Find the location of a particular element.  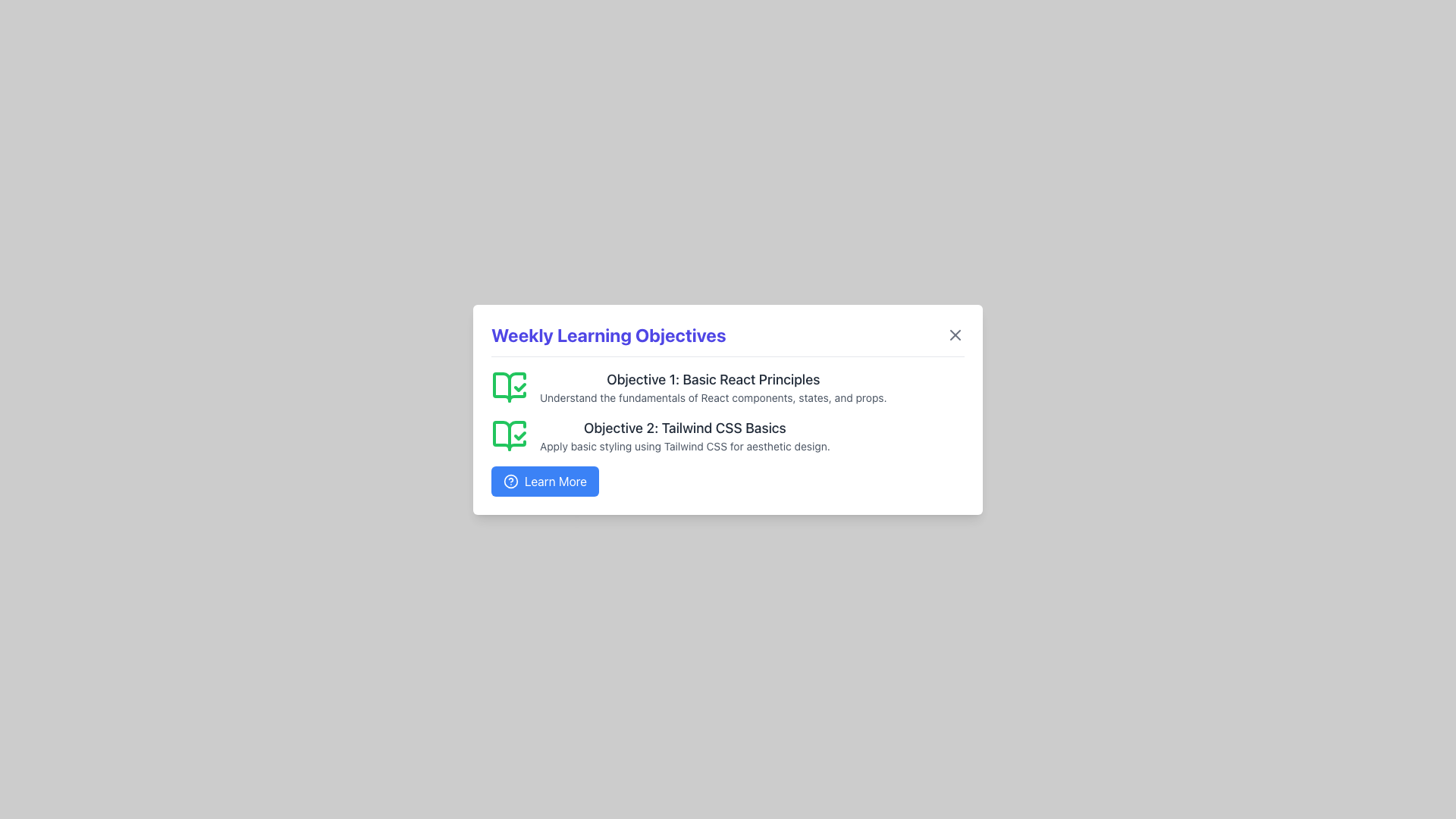

the Text Display element that indicates the title or main description of a learning objective within the curriculum or training module display, located under 'Weekly Learning Objectives.' is located at coordinates (684, 428).